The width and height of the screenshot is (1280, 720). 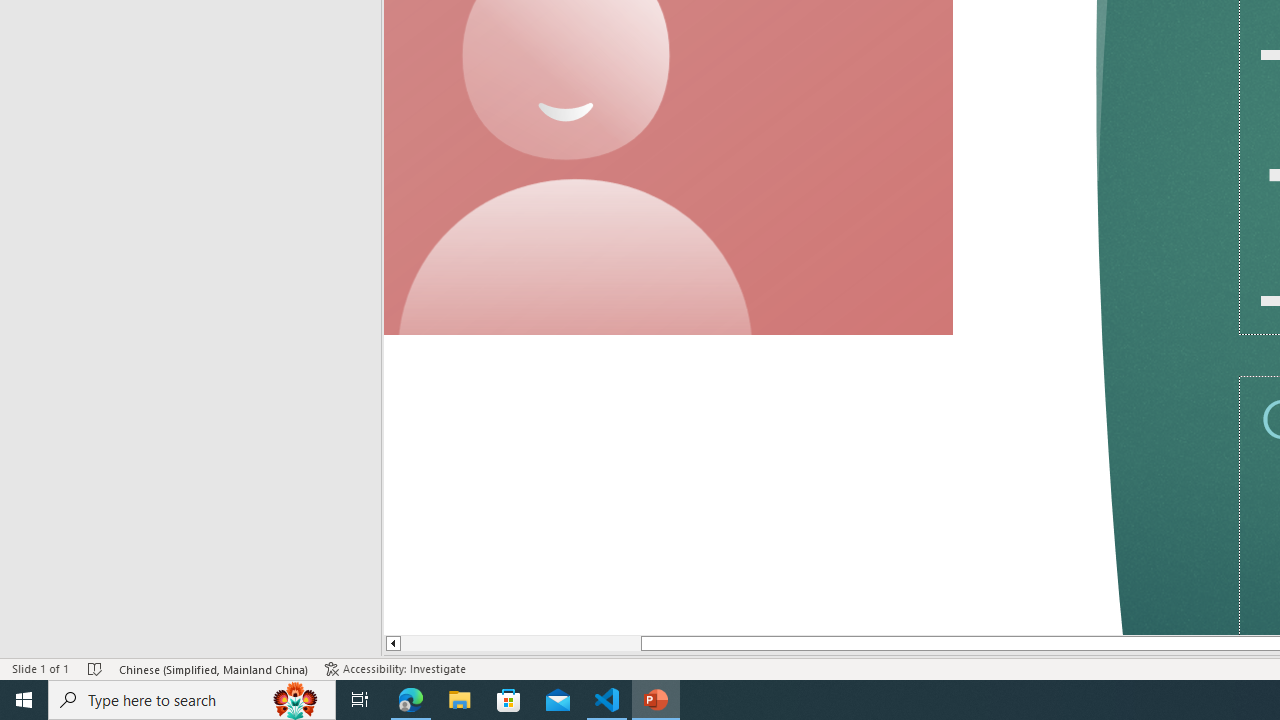 What do you see at coordinates (95, 669) in the screenshot?
I see `'Spell Check No Errors'` at bounding box center [95, 669].